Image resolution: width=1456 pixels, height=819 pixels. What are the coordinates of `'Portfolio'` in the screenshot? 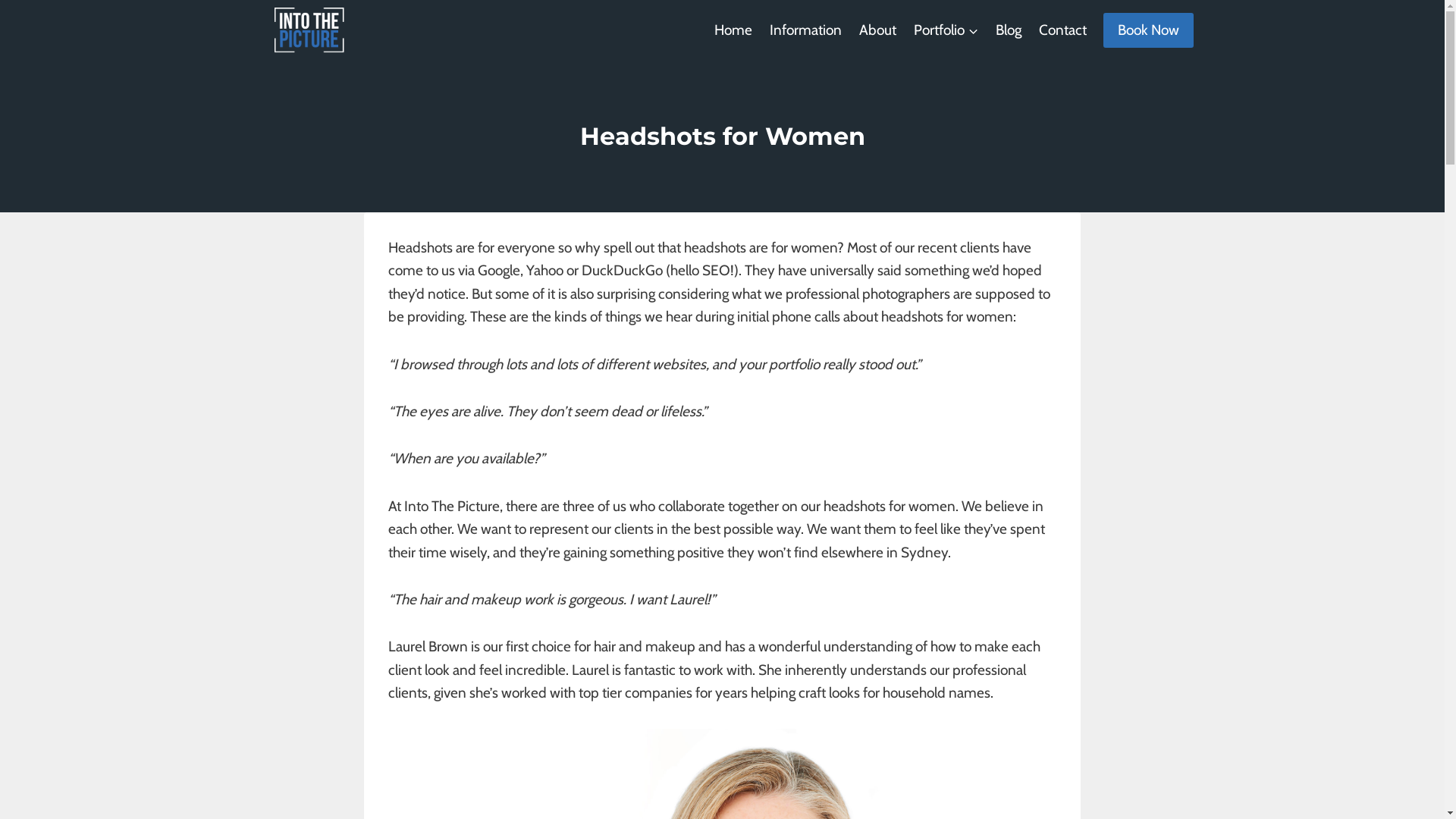 It's located at (945, 30).